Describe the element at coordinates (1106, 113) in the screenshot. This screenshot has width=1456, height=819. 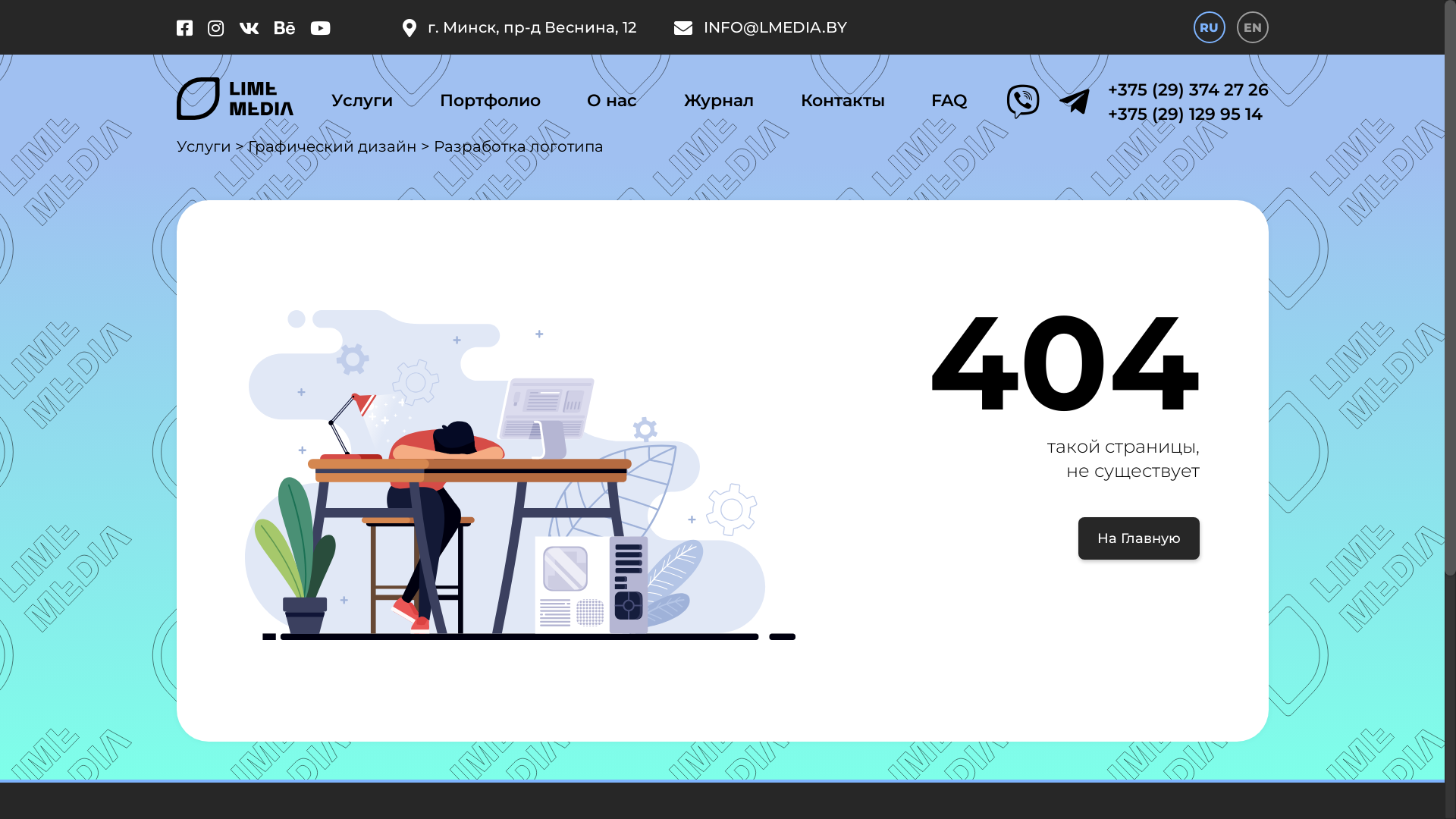
I see `'+375 (29) 129 95 14'` at that location.